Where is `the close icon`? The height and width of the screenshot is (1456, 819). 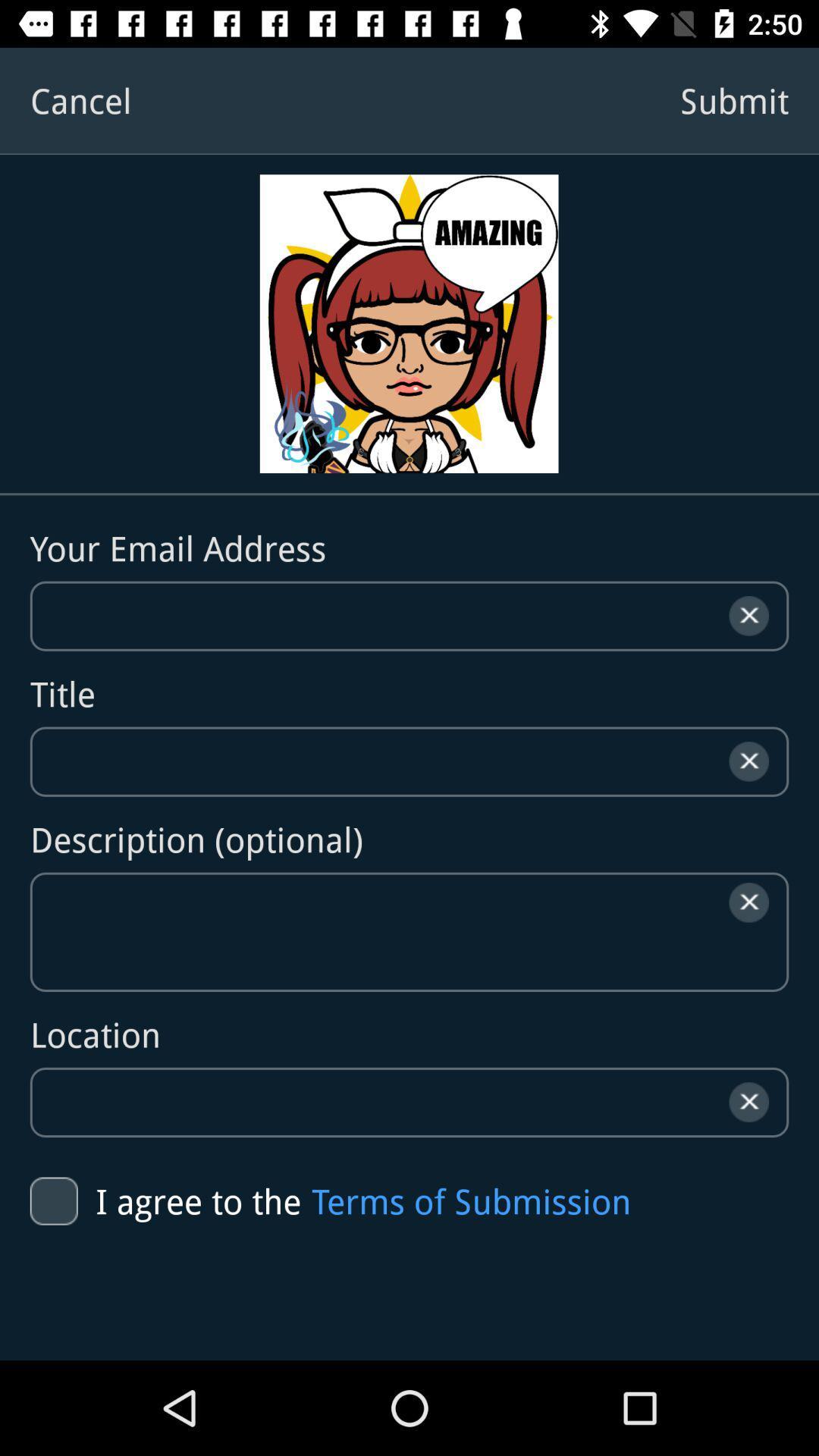
the close icon is located at coordinates (748, 902).